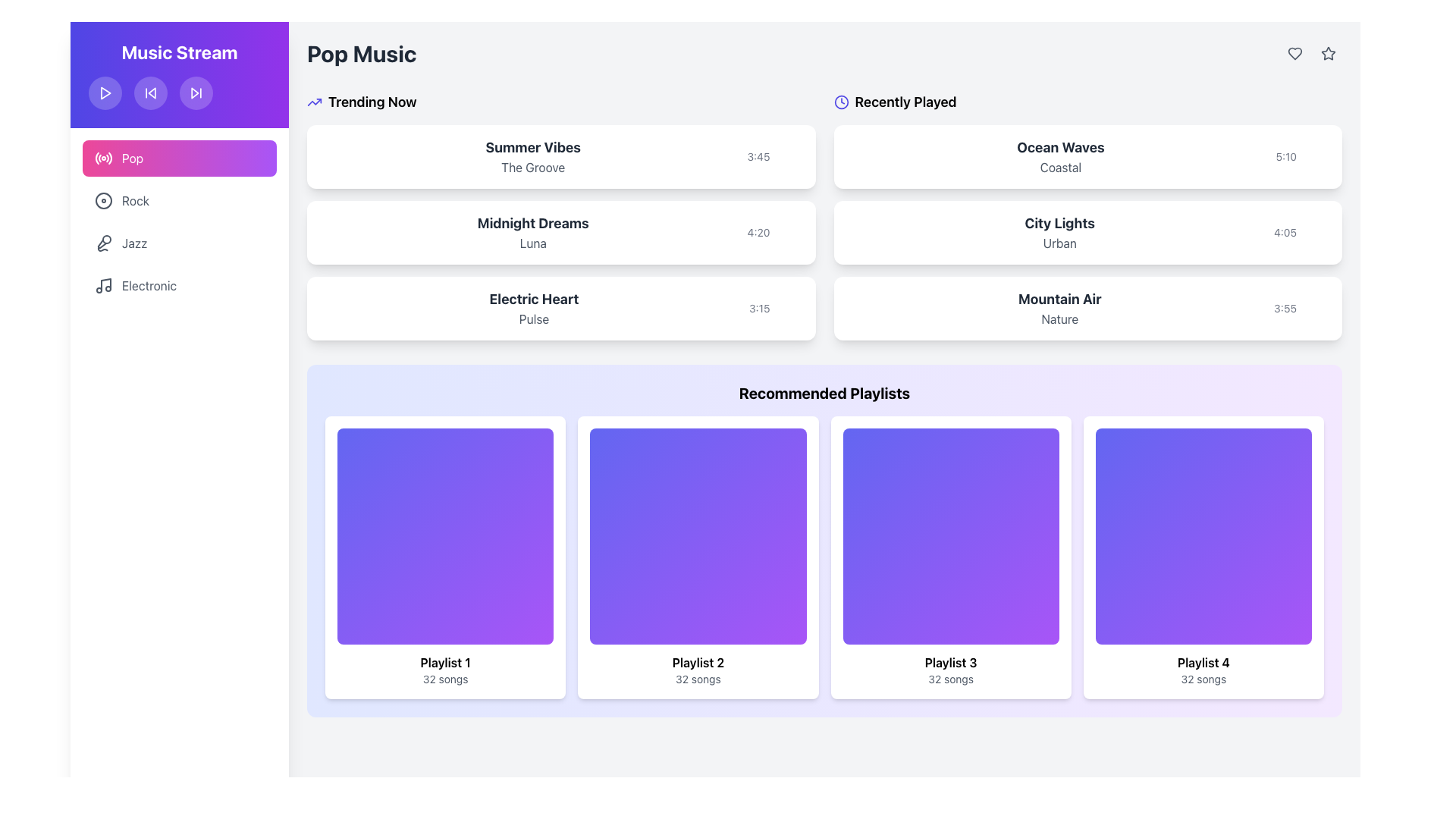 This screenshot has width=1456, height=819. I want to click on the text label containing the word 'Pulse', styled in gray font, which is located below the text 'Electric Heart' in the 'Trending Now' section, so click(534, 318).